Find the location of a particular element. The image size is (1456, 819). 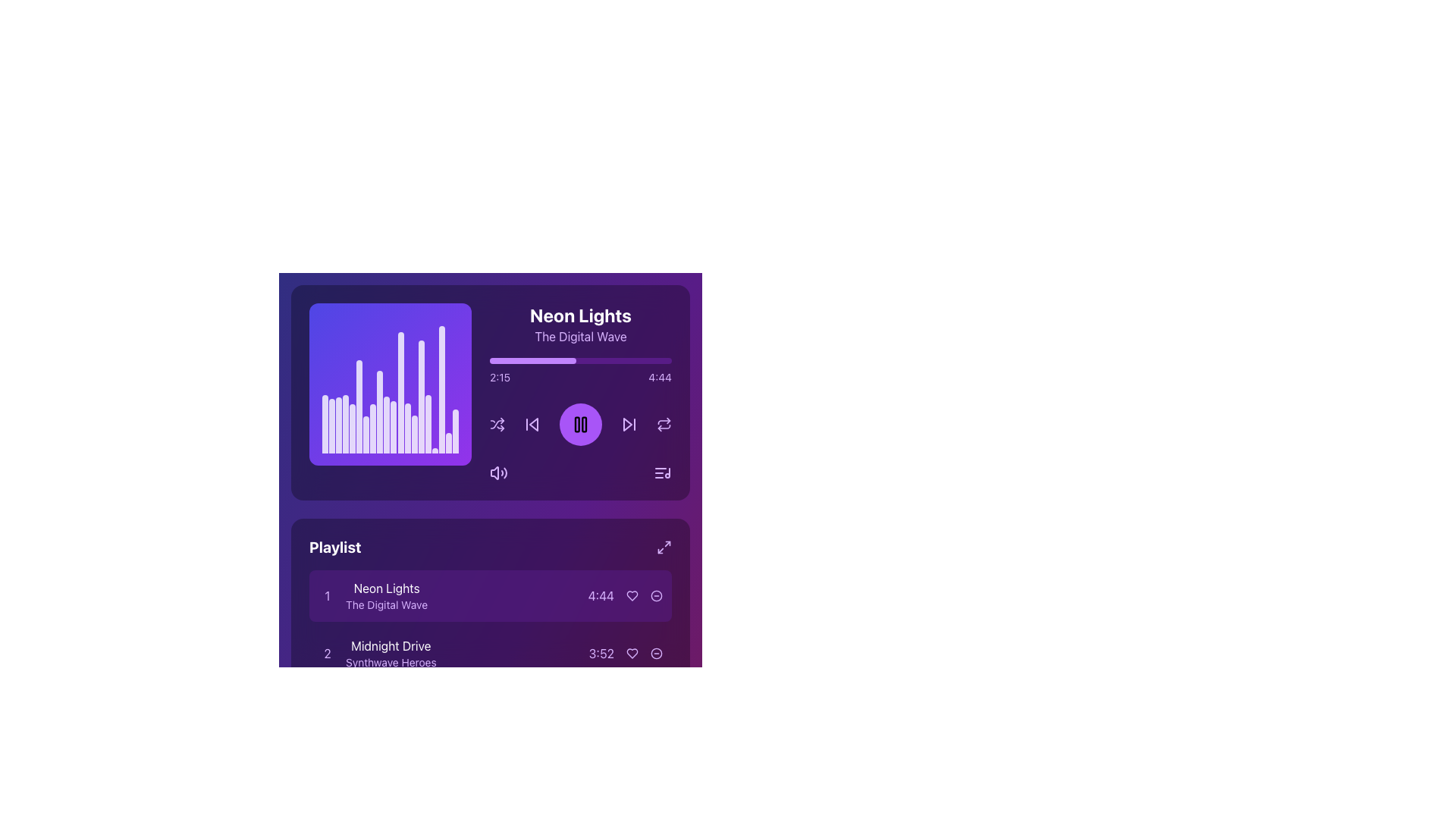

the eighth bar in the audio visualizer component, which visually represents the amplitude of a specific frequency in real-time is located at coordinates (373, 428).